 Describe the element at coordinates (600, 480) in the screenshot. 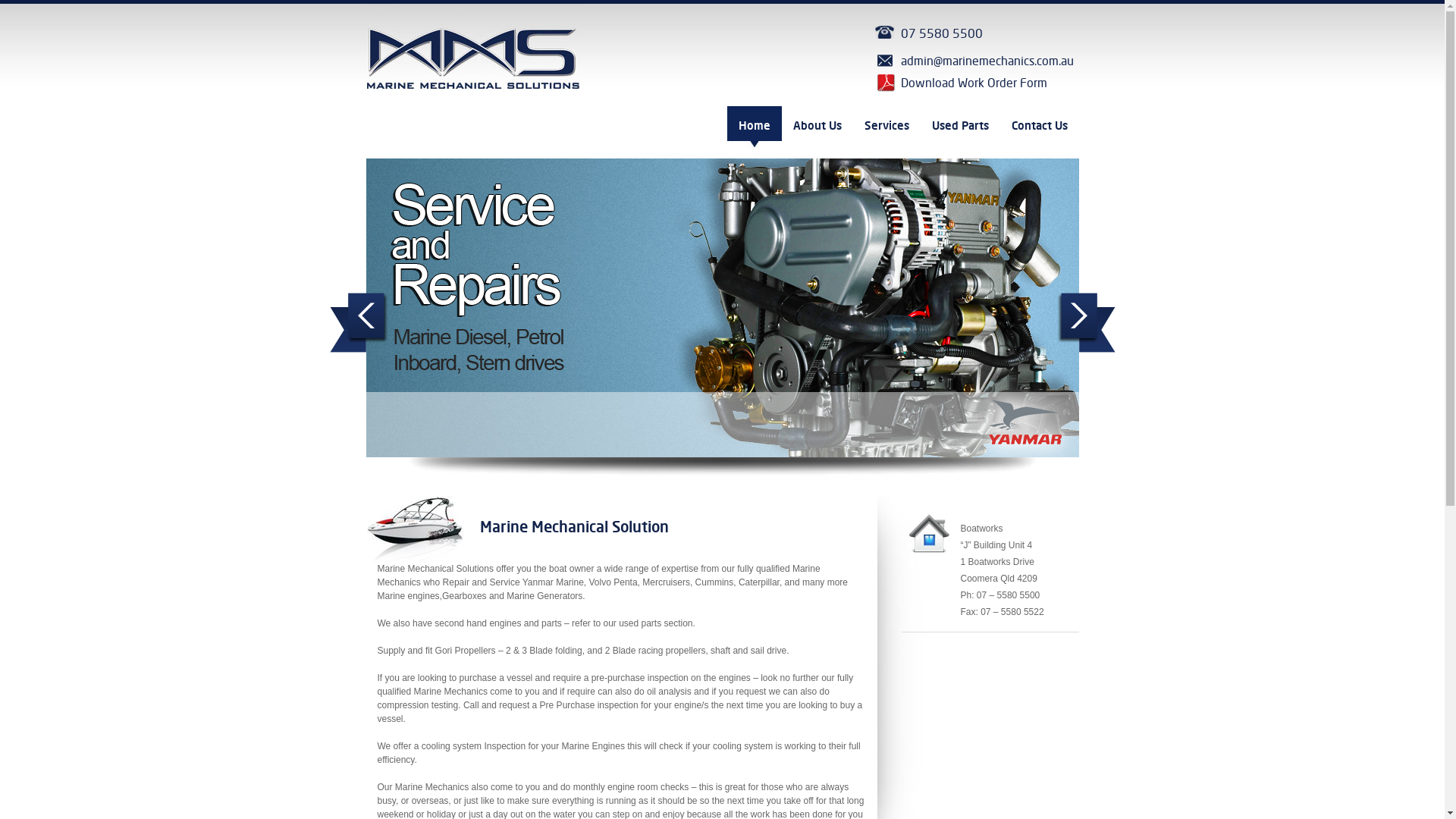

I see `'3'` at that location.